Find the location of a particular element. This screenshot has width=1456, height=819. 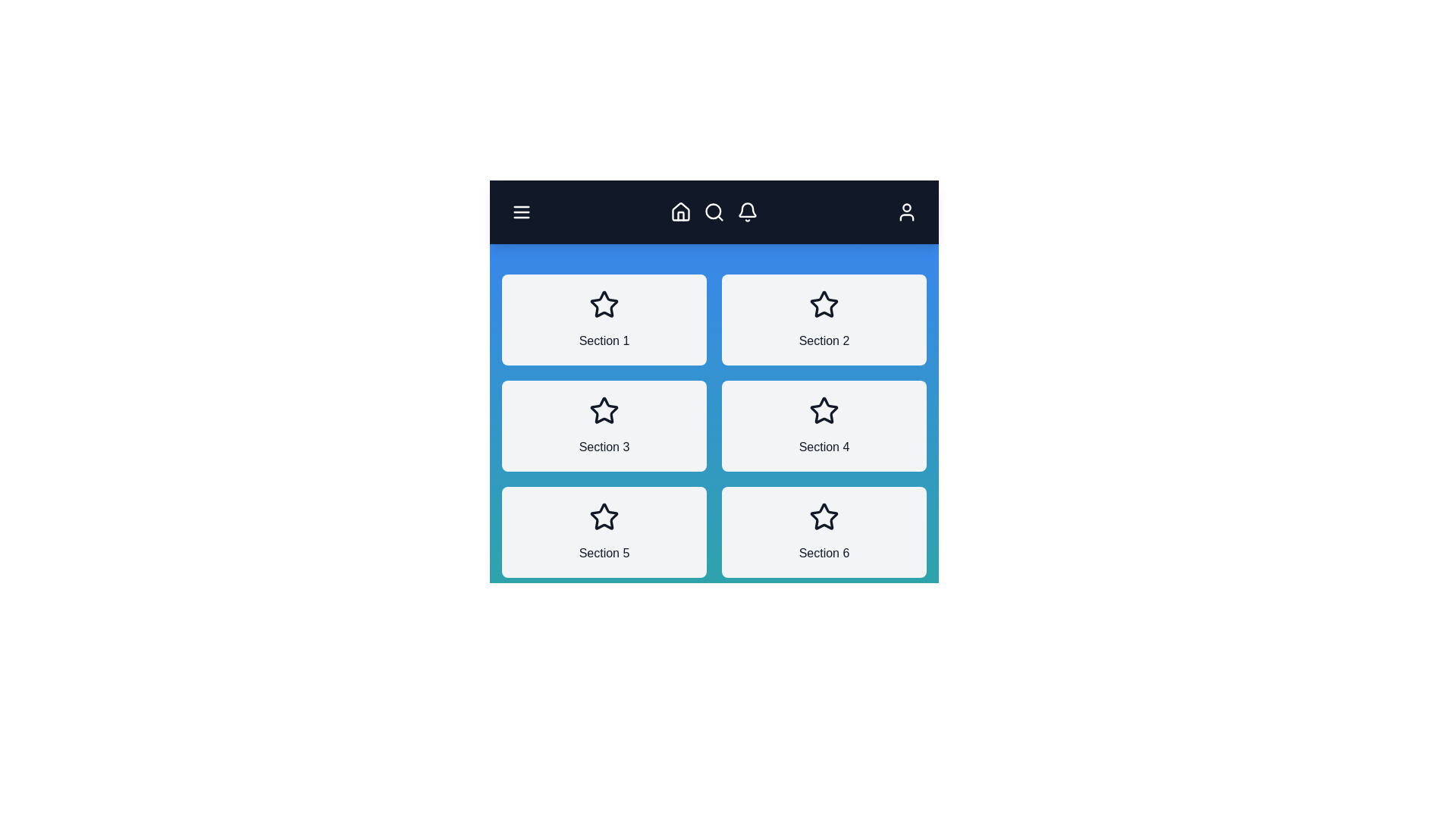

the section labeled Section 6 to view its details is located at coordinates (823, 532).